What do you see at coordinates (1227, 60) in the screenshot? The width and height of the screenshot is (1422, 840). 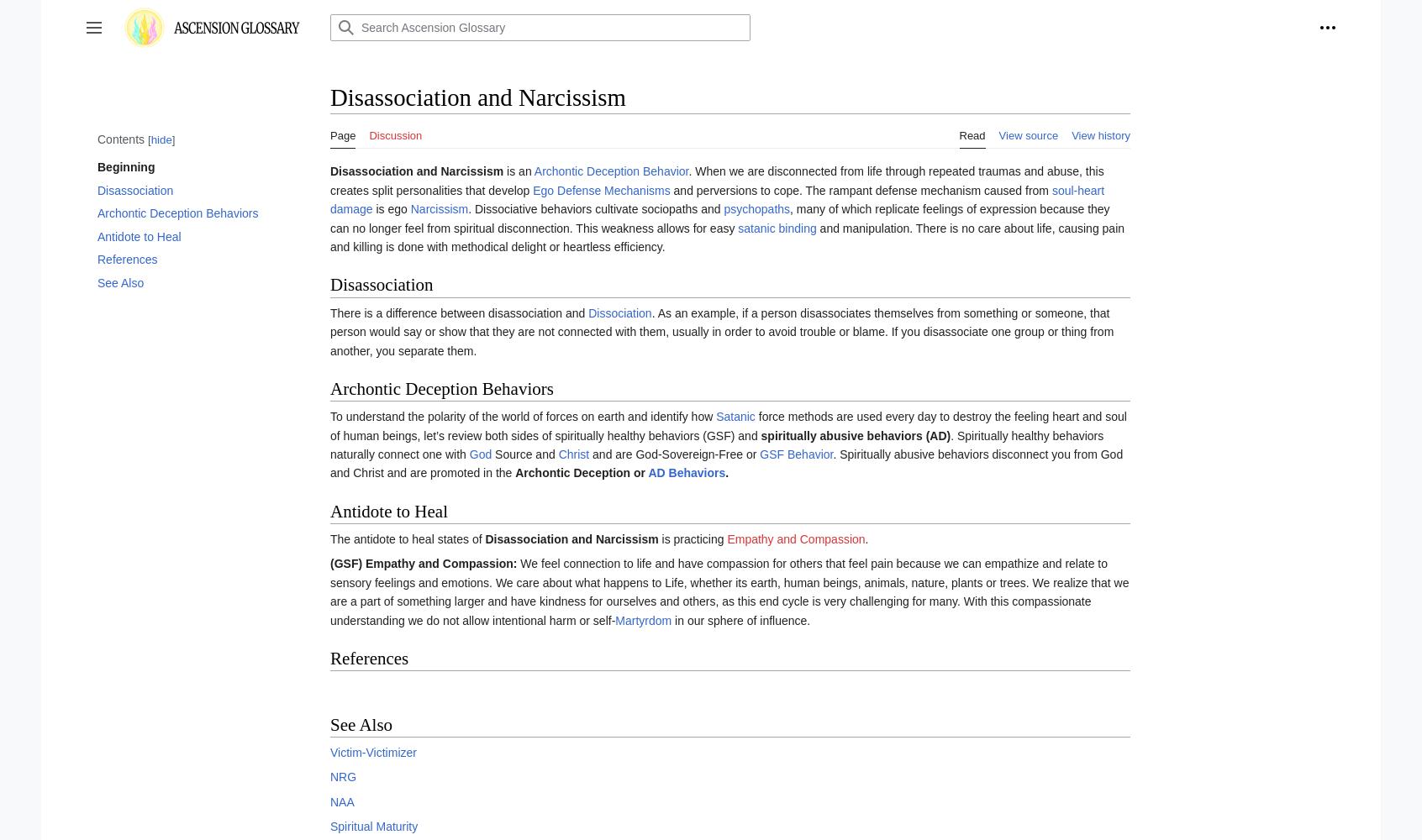 I see `'Log in'` at bounding box center [1227, 60].